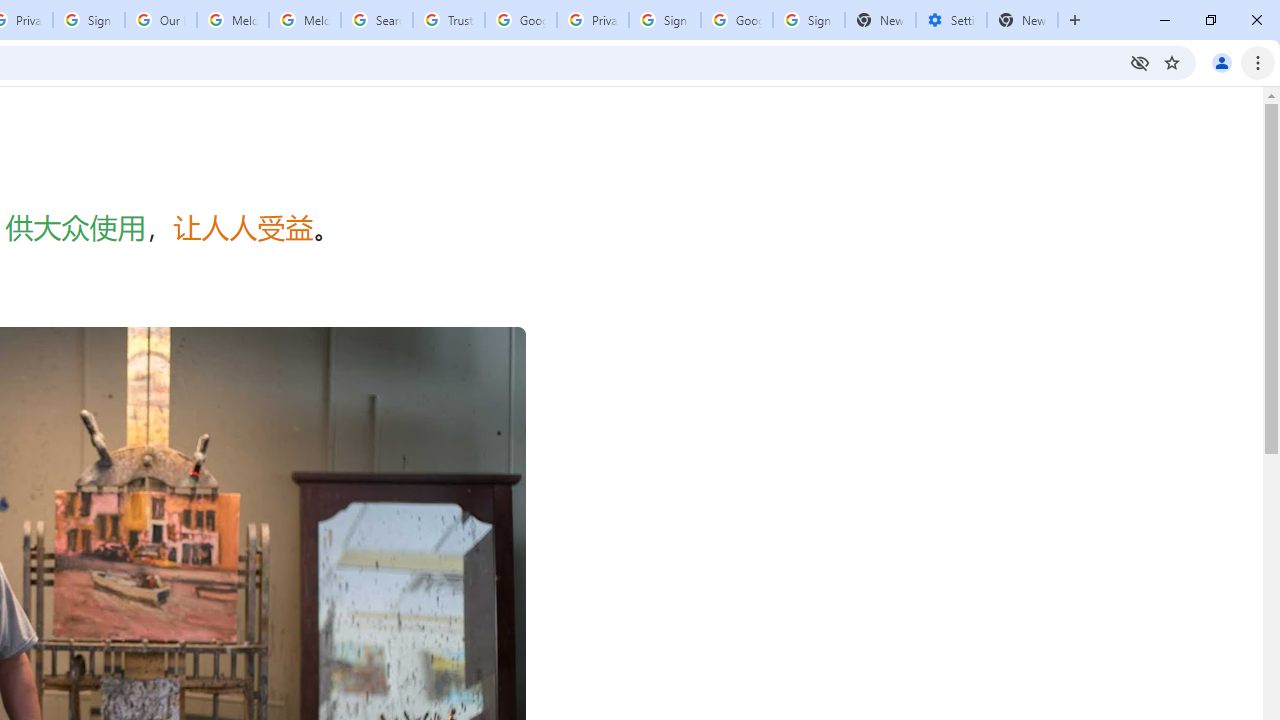 The height and width of the screenshot is (720, 1280). I want to click on 'Trusted Information and Content - Google Safety Center', so click(448, 20).